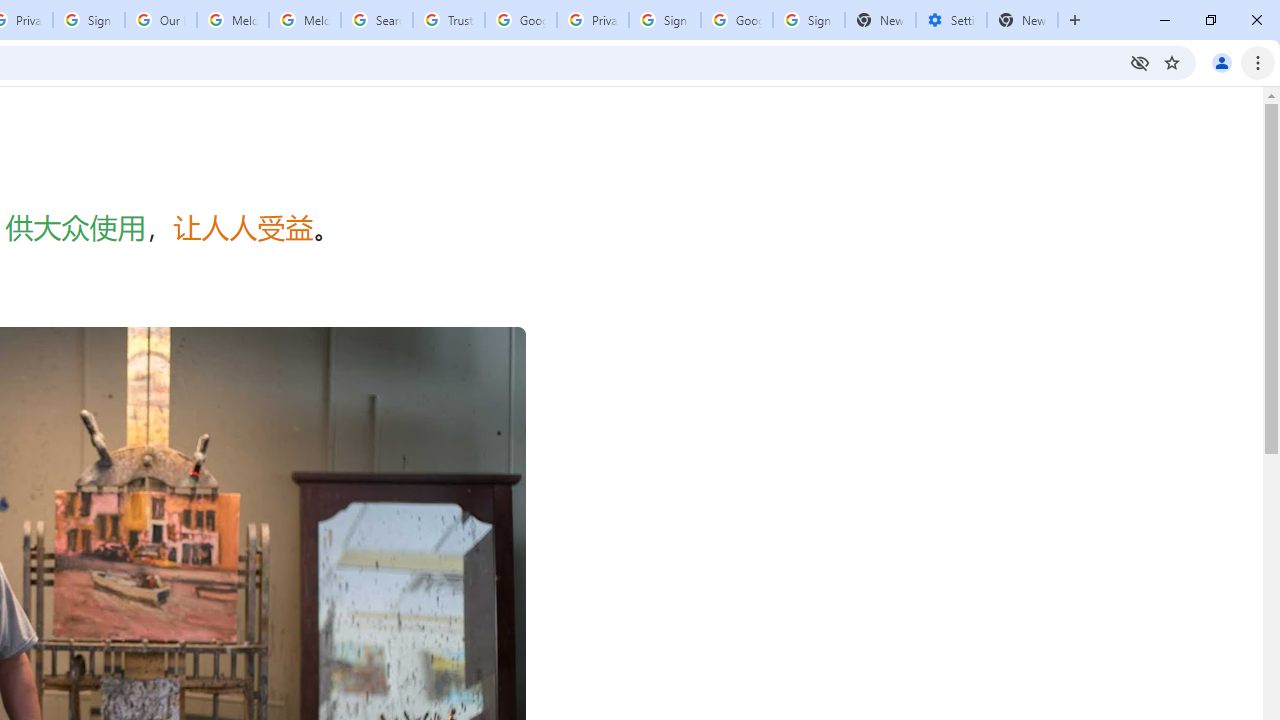 The height and width of the screenshot is (720, 1280). I want to click on 'Trusted Information and Content - Google Safety Center', so click(448, 20).